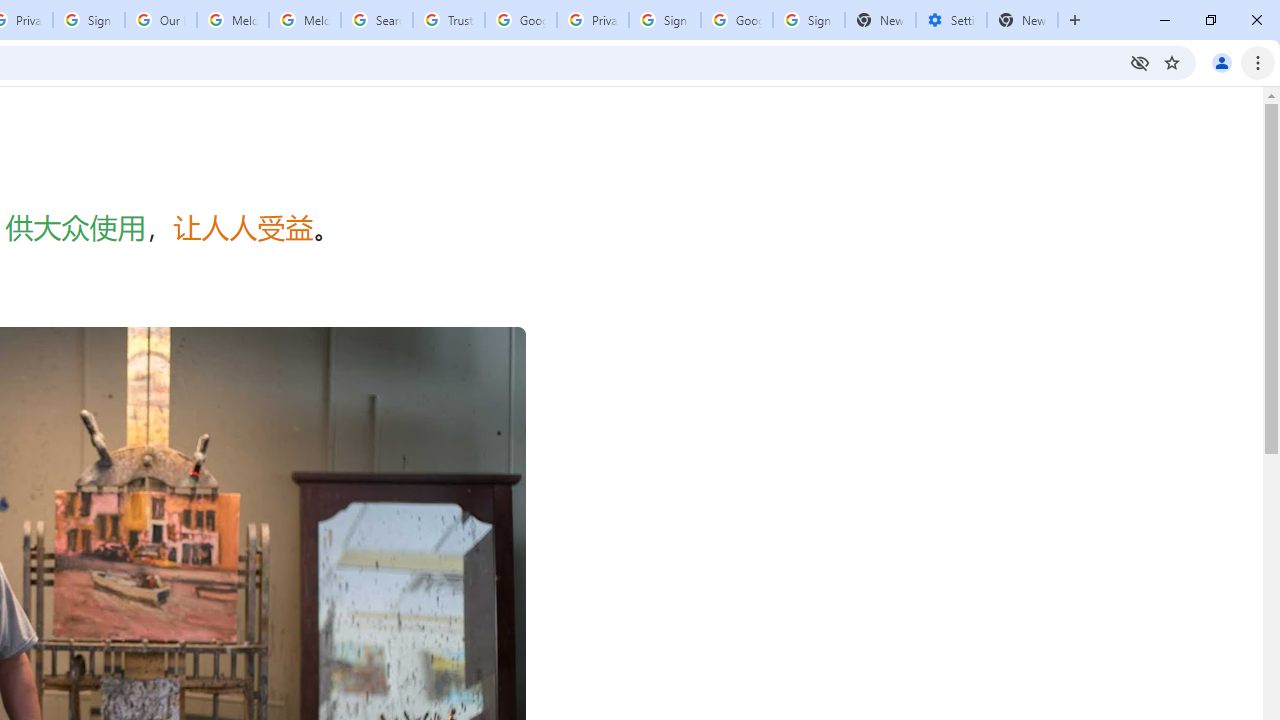 The height and width of the screenshot is (720, 1280). I want to click on 'Trusted Information and Content - Google Safety Center', so click(448, 20).